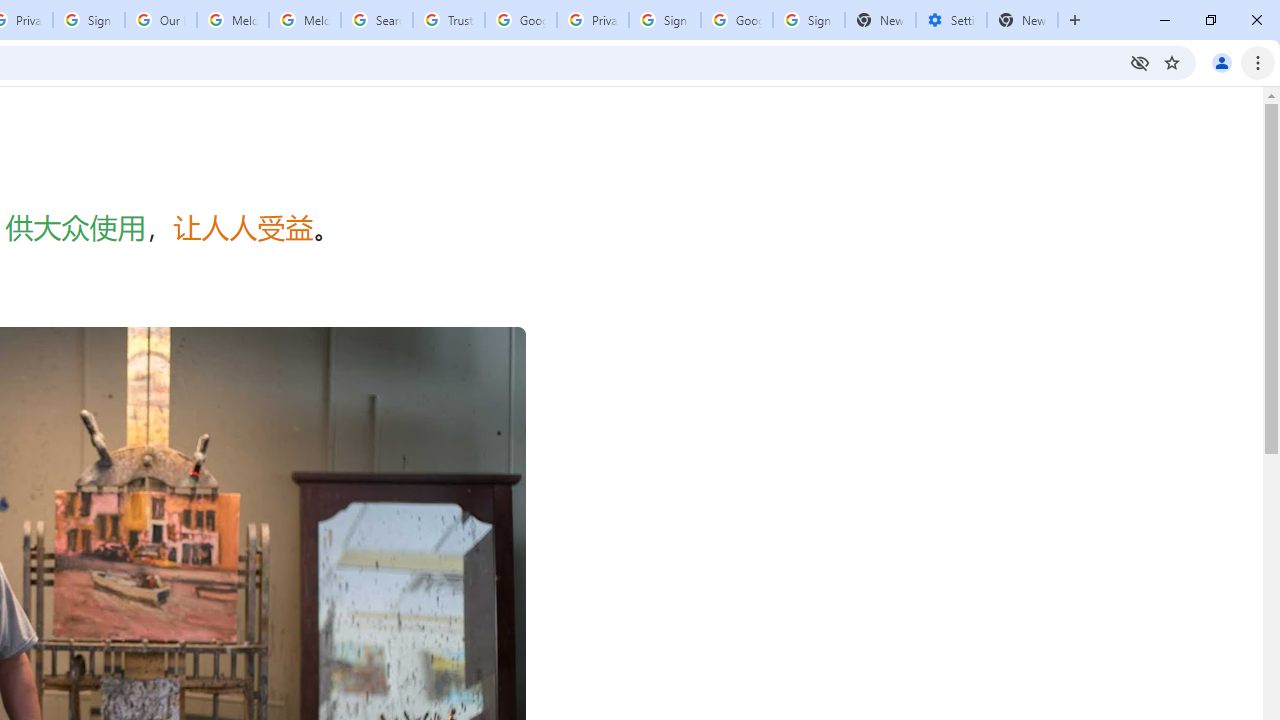 The height and width of the screenshot is (720, 1280). I want to click on 'Trusted Information and Content - Google Safety Center', so click(448, 20).